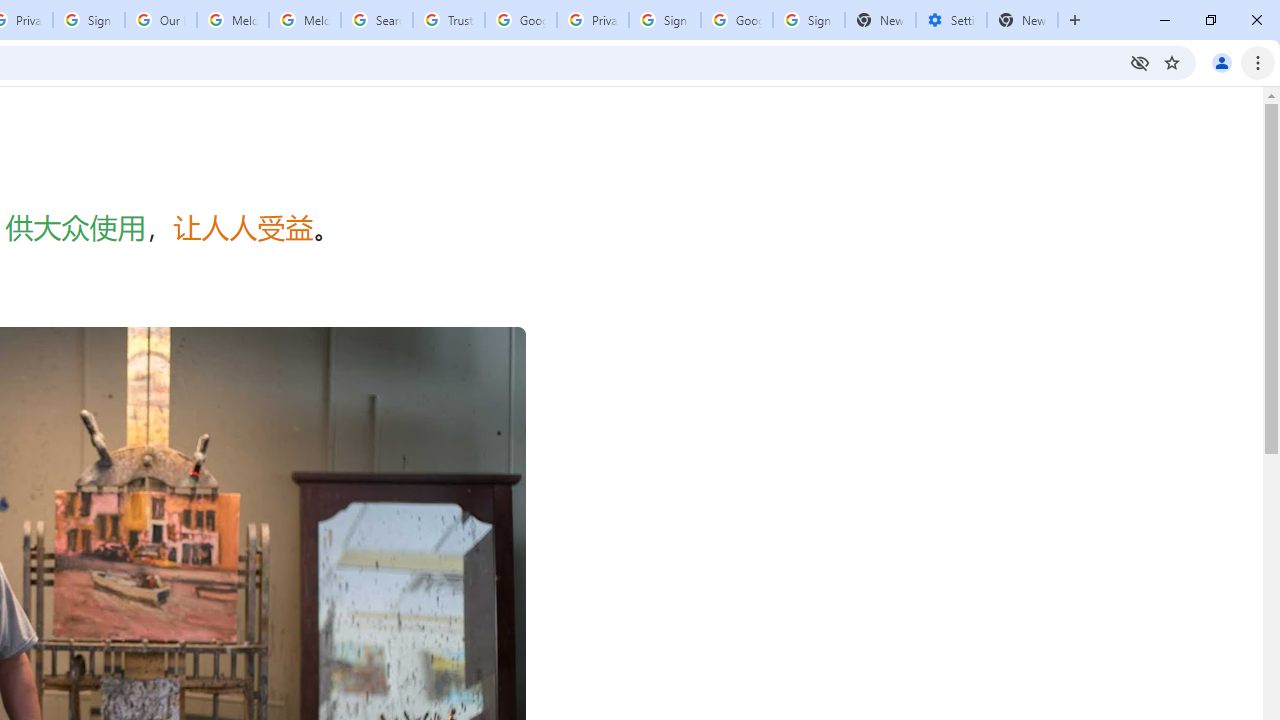 The height and width of the screenshot is (720, 1280). I want to click on 'Trusted Information and Content - Google Safety Center', so click(448, 20).